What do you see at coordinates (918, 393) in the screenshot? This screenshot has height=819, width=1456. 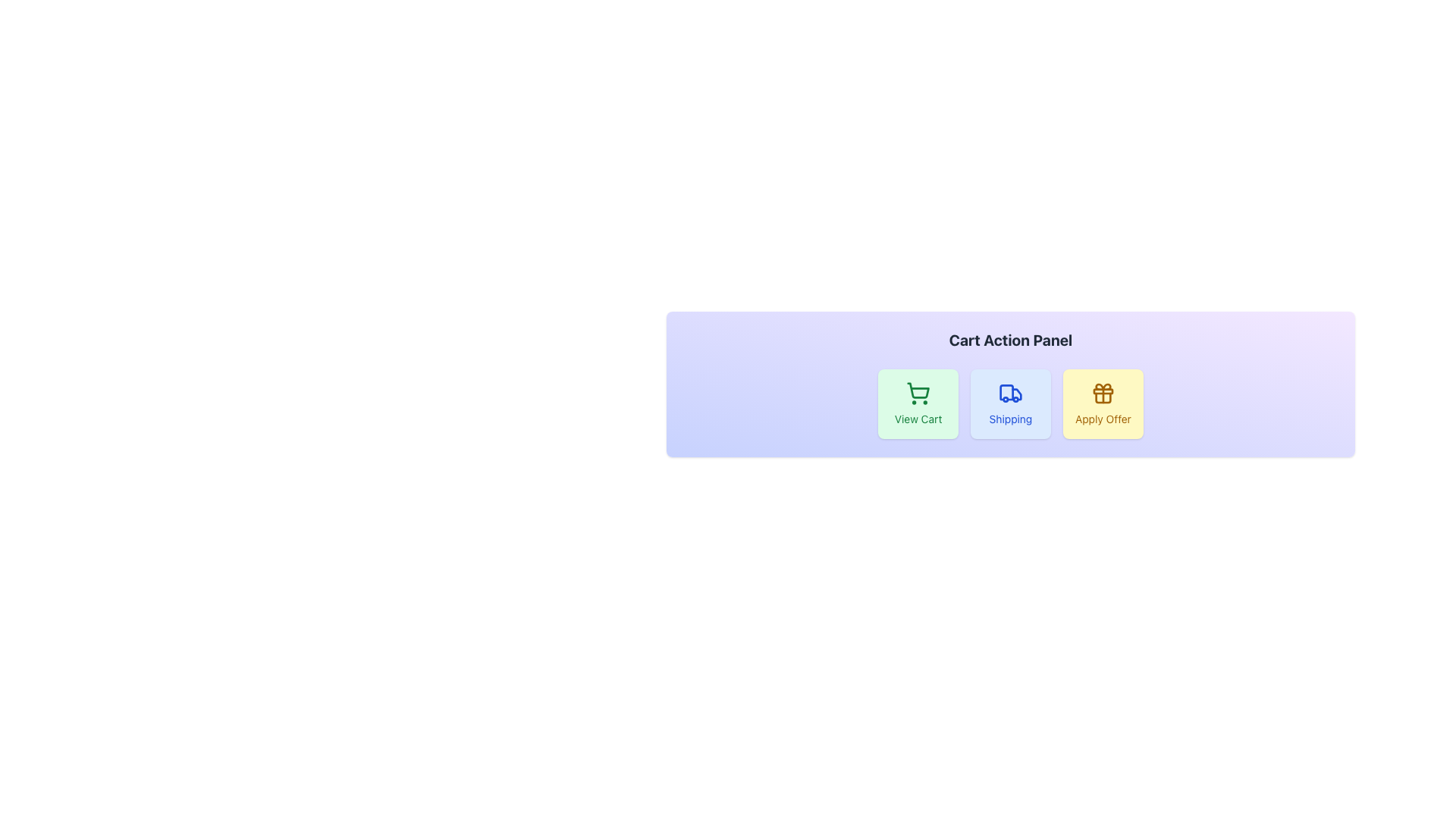 I see `the shopping cart icon located within the 'View Cart' button, which is the leftmost button in the 'Cart Action Panel'` at bounding box center [918, 393].